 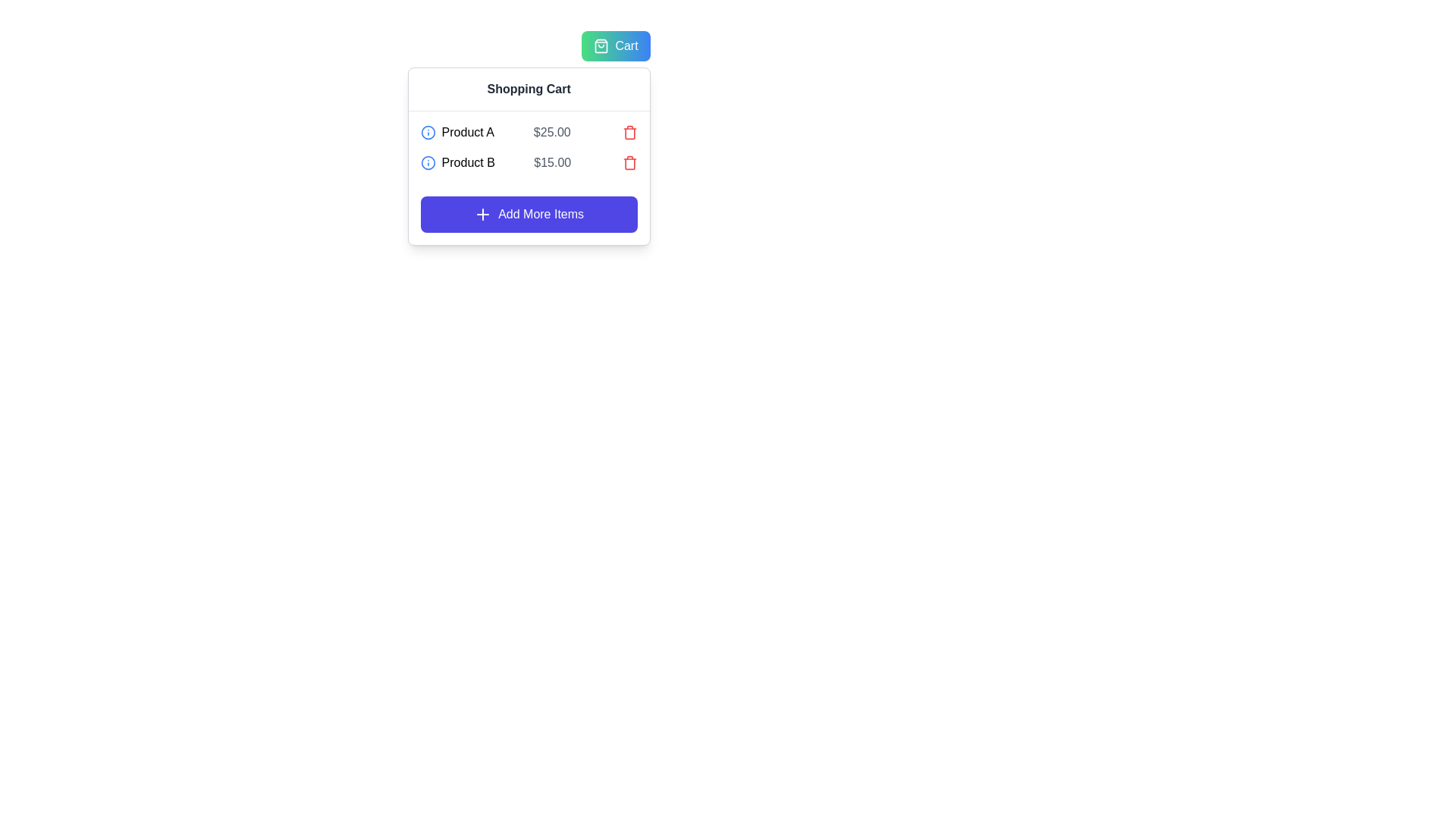 What do you see at coordinates (551, 163) in the screenshot?
I see `the text label displaying the price '$15.00' in gray font, located within the 'Product B' row of the shopping cart UI` at bounding box center [551, 163].